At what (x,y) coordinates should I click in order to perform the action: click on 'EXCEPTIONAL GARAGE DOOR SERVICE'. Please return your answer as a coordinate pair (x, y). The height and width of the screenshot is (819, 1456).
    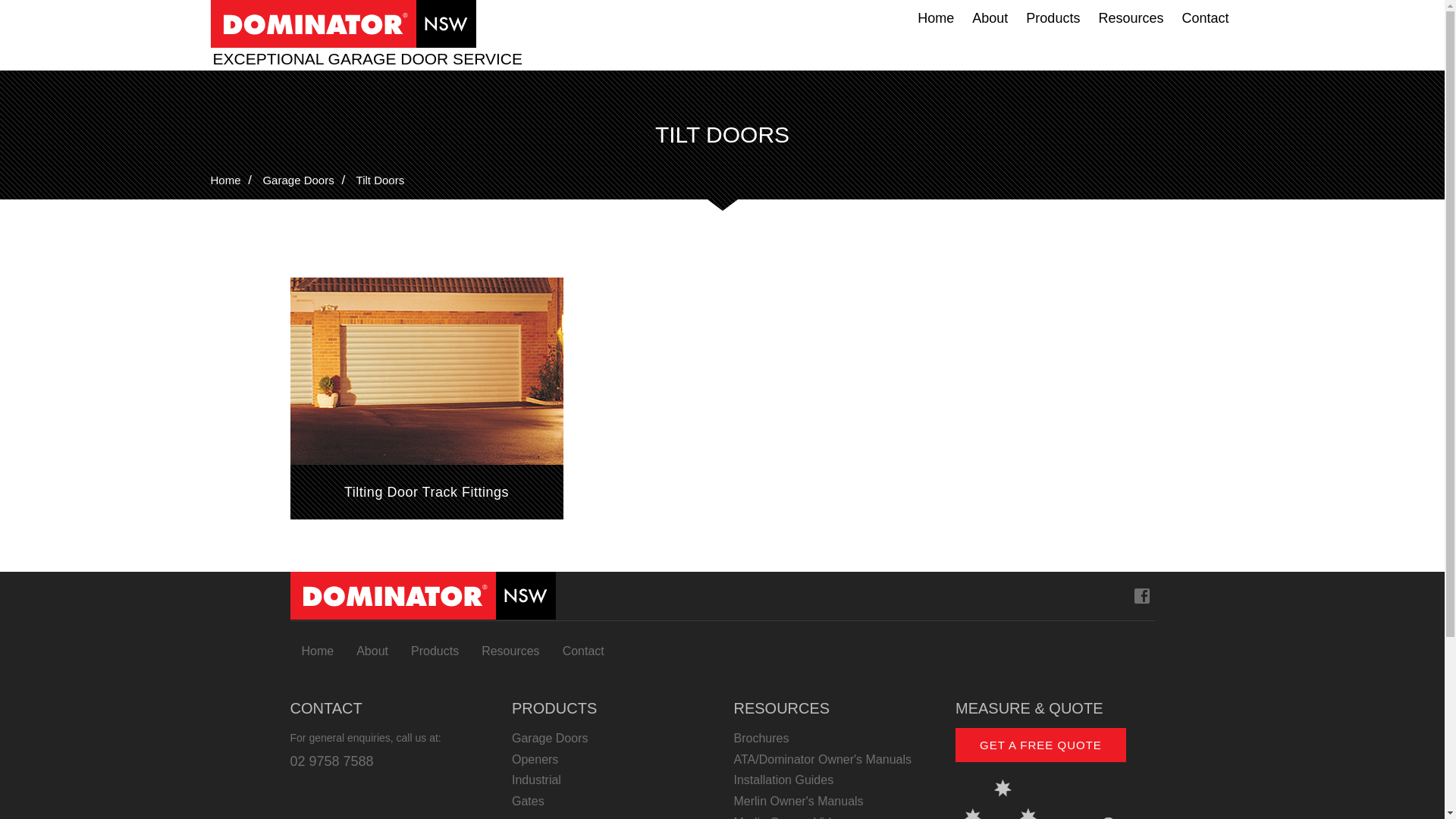
    Looking at the image, I should click on (370, 58).